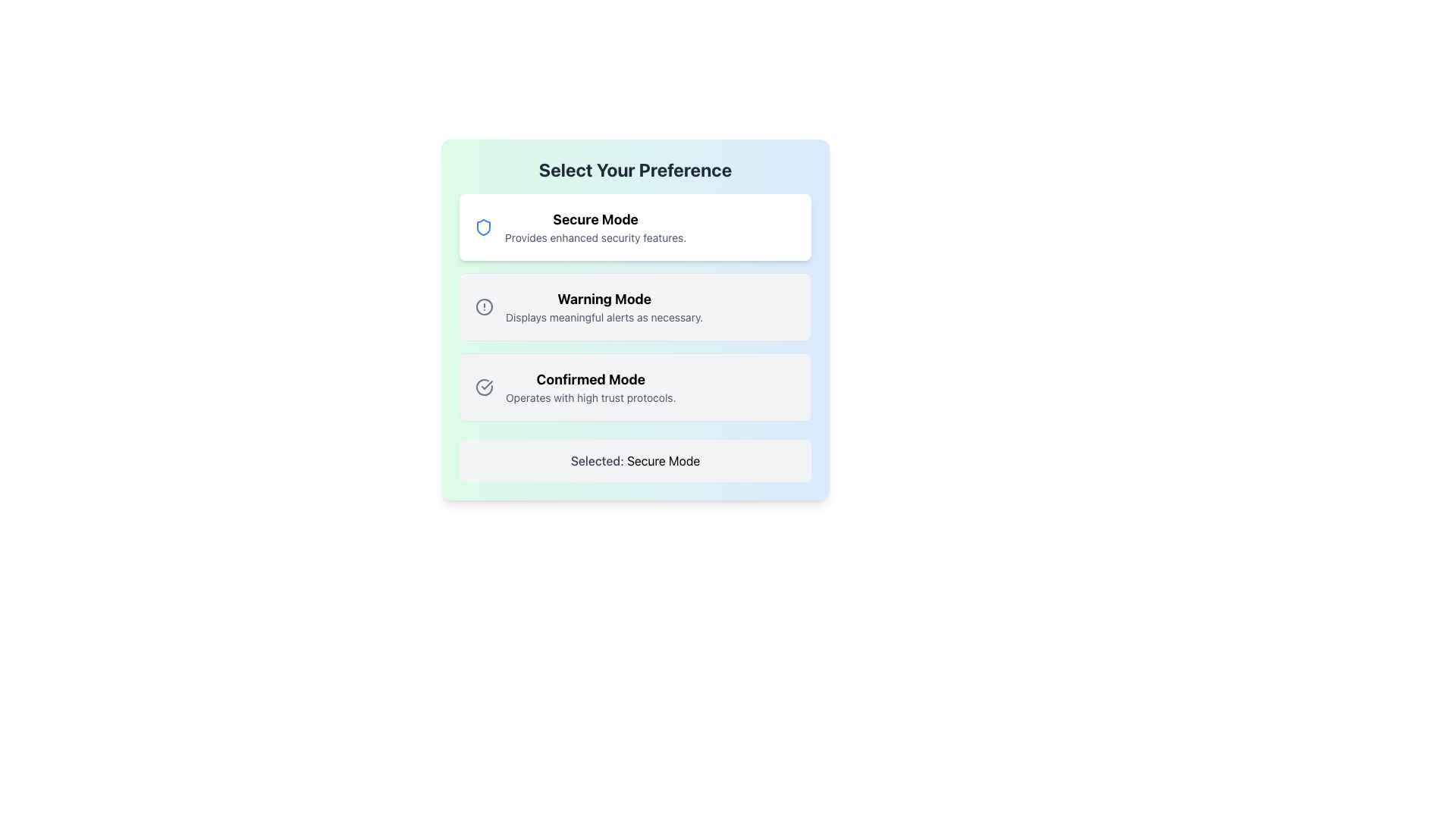 The width and height of the screenshot is (1456, 819). I want to click on the text label that states 'Operates with high trust protocols.' located below the 'Confirmed Mode' title in the third option of the preference selections, so click(590, 397).